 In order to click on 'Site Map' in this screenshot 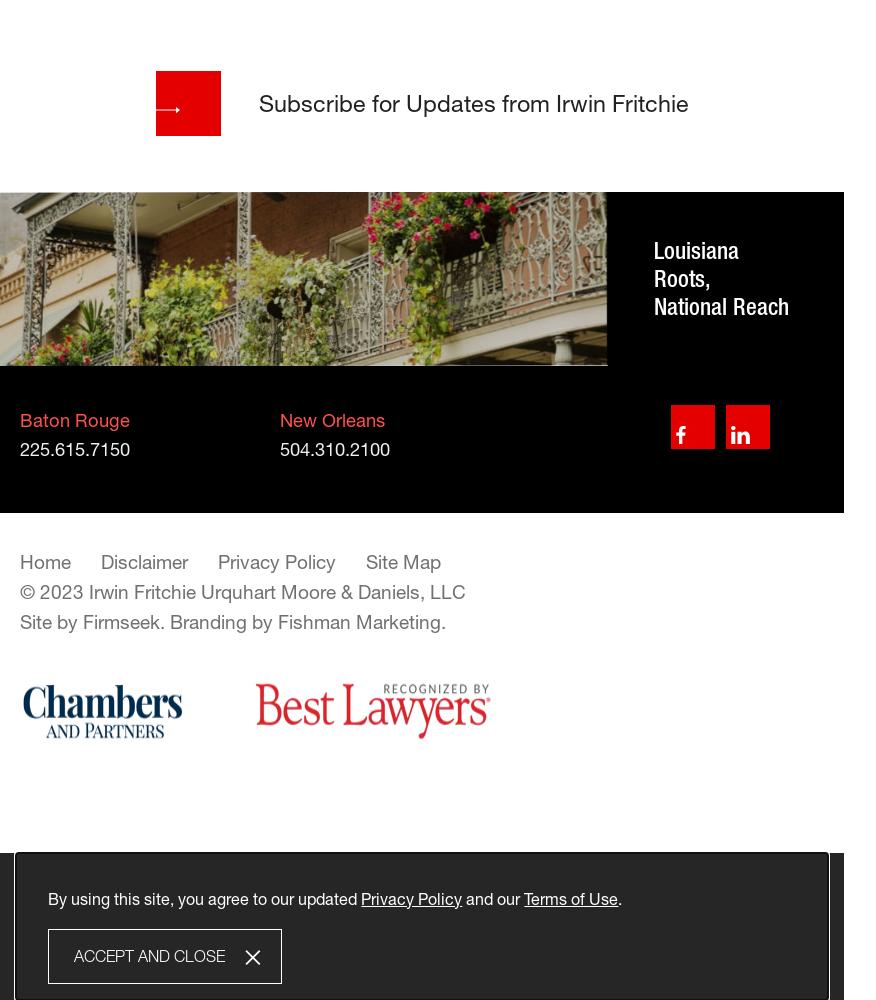, I will do `click(403, 562)`.